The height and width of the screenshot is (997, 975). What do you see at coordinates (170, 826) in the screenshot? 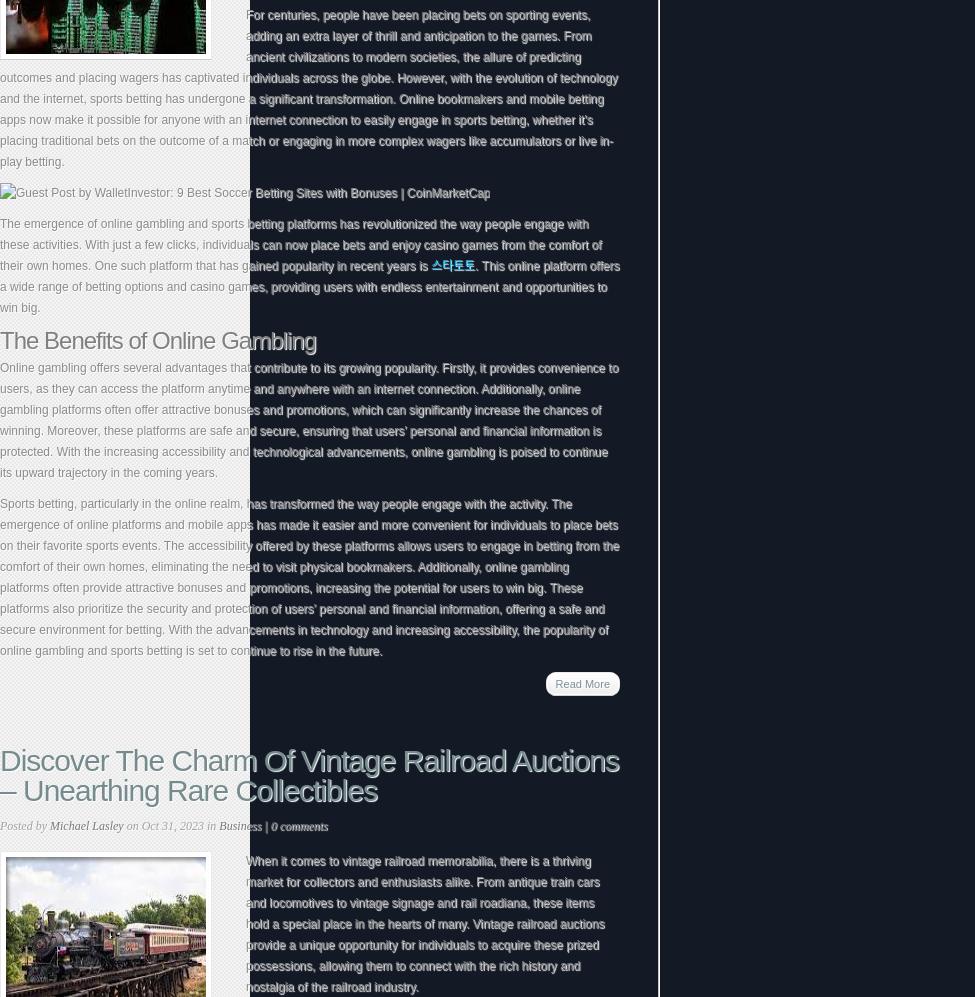
I see `'on Oct 31, 2023 in'` at bounding box center [170, 826].